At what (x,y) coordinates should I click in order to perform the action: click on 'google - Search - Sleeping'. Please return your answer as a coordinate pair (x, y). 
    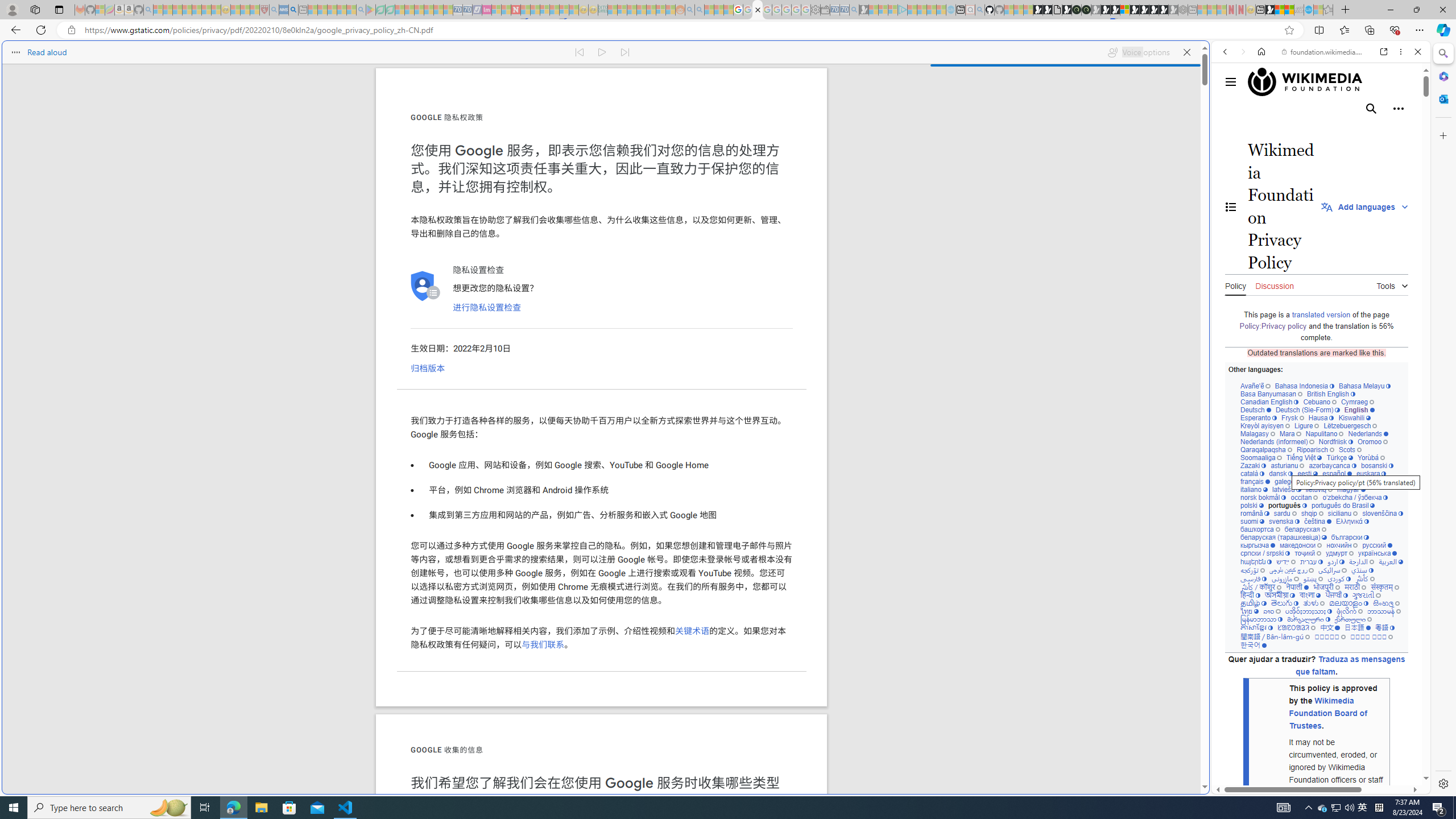
    Looking at the image, I should click on (360, 9).